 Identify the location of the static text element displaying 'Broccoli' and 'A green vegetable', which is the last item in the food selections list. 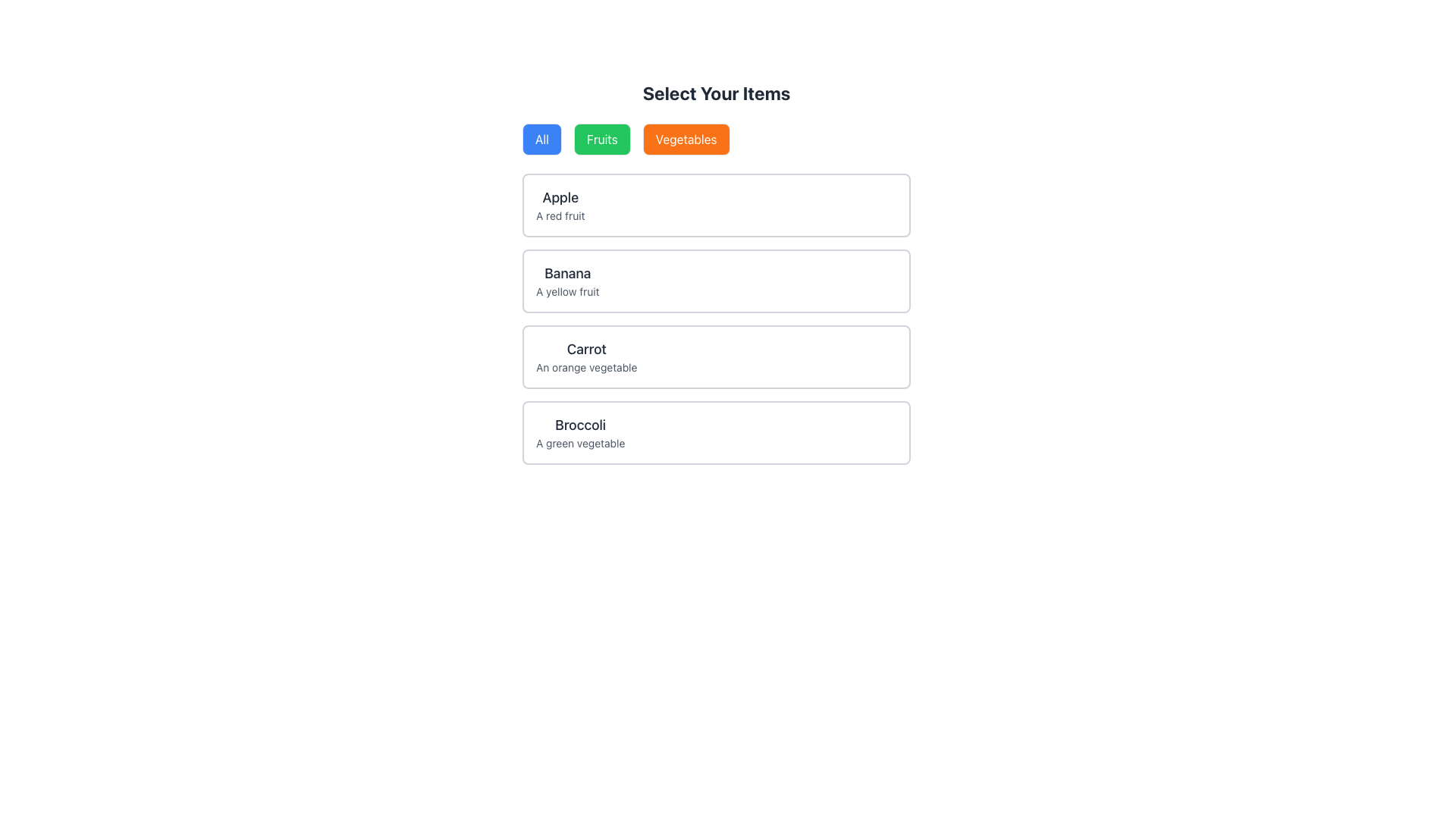
(579, 432).